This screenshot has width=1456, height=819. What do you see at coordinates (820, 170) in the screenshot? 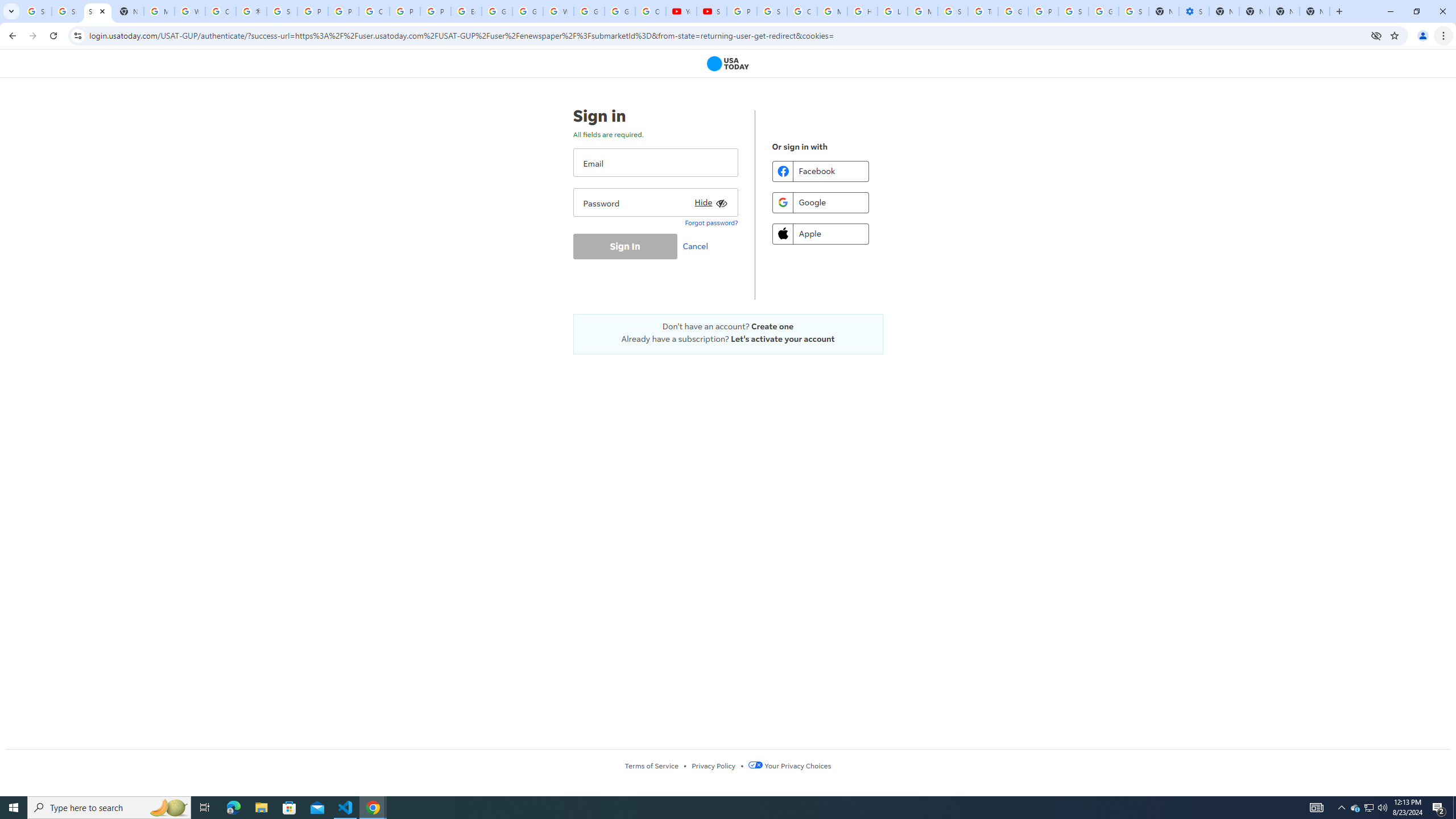
I see `'Facebook'` at bounding box center [820, 170].